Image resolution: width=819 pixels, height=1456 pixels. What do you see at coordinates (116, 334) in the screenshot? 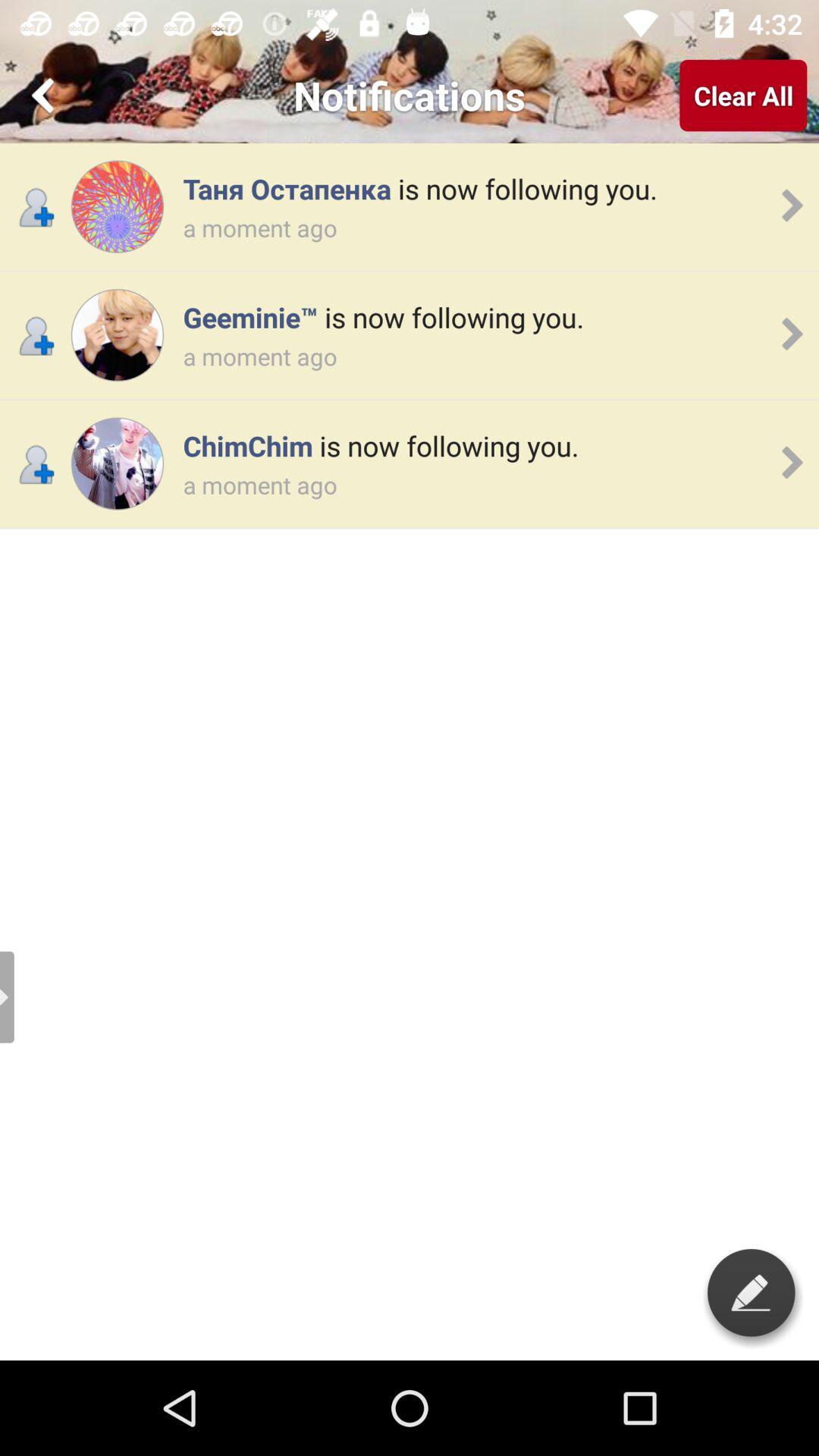
I see `request` at bounding box center [116, 334].